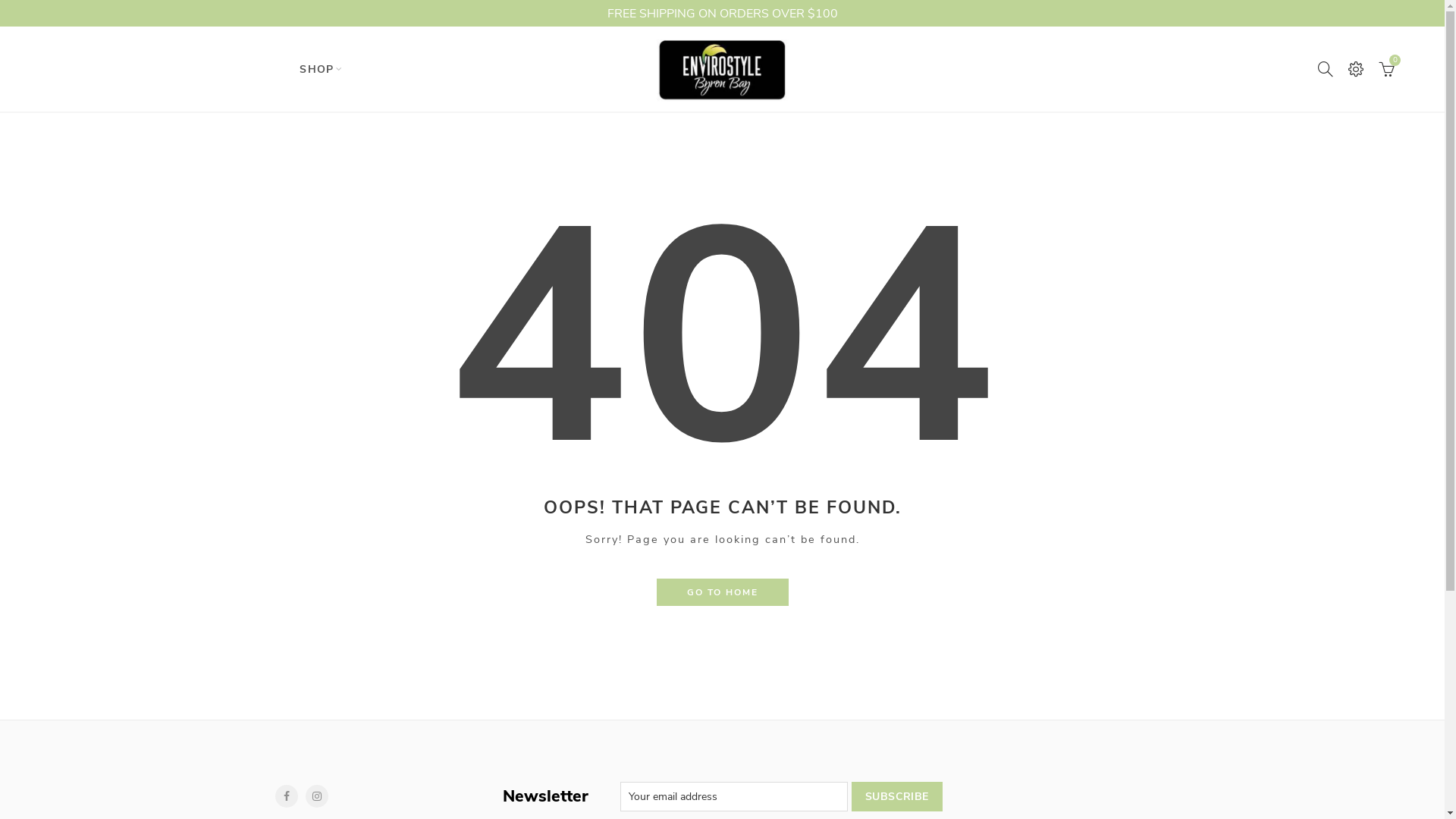 This screenshot has height=819, width=1456. Describe the element at coordinates (0, 13) in the screenshot. I see `'FREE SHIPPING ON ORDERS OVER $100'` at that location.